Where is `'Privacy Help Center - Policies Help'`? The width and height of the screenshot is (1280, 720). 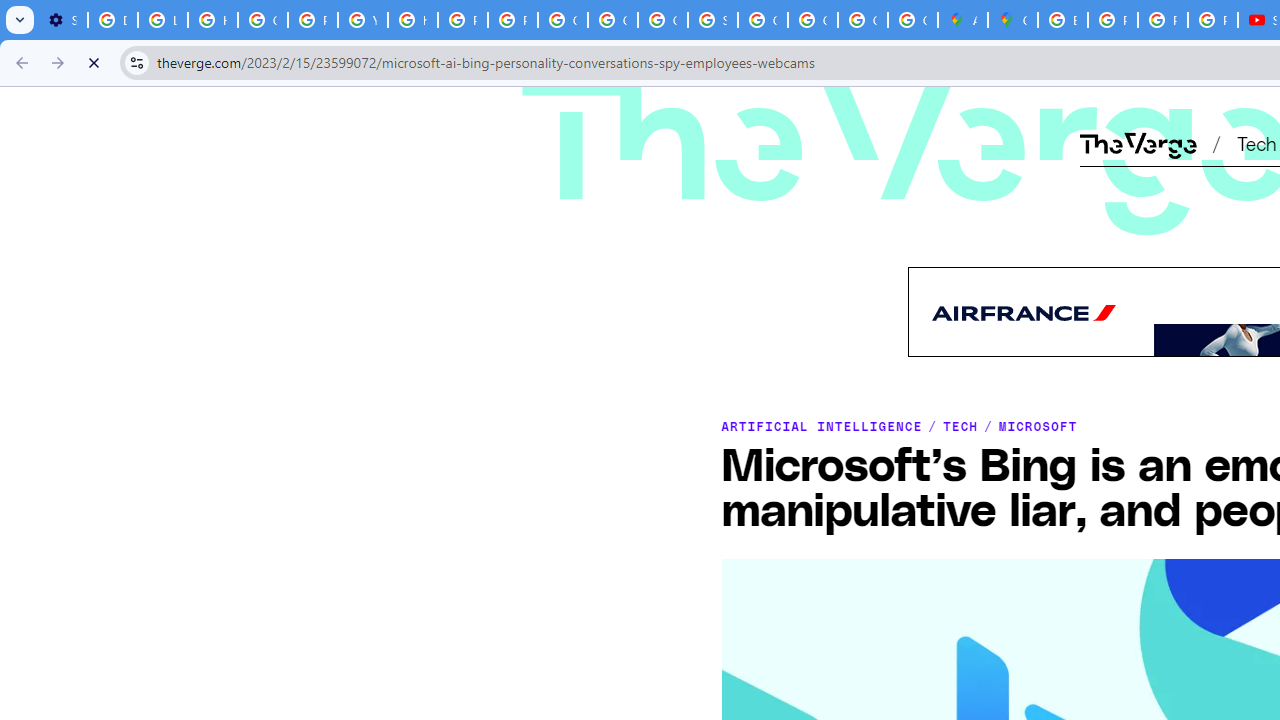
'Privacy Help Center - Policies Help' is located at coordinates (1162, 20).